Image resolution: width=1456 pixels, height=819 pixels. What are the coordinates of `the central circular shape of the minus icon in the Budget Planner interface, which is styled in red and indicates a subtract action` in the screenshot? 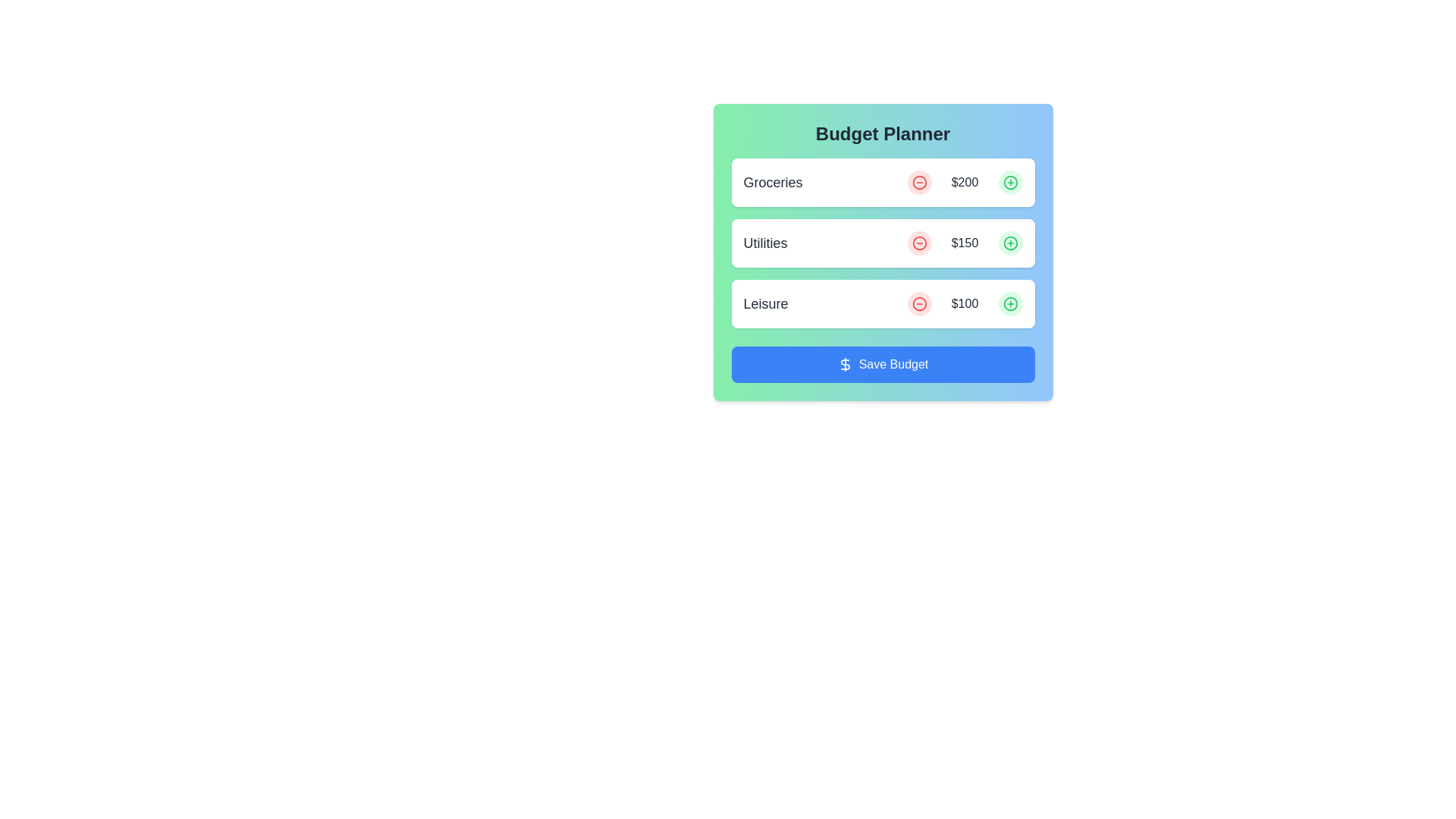 It's located at (918, 181).